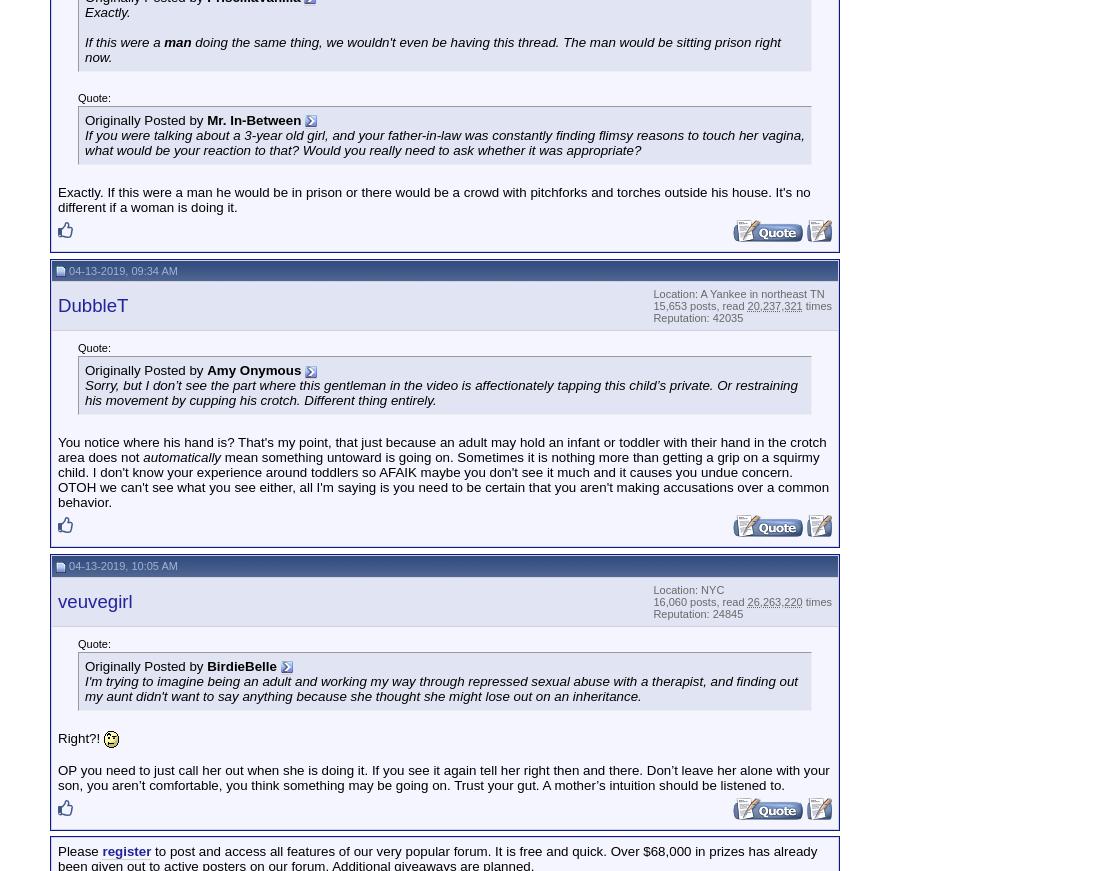 The image size is (1100, 871). I want to click on 'register', so click(126, 850).